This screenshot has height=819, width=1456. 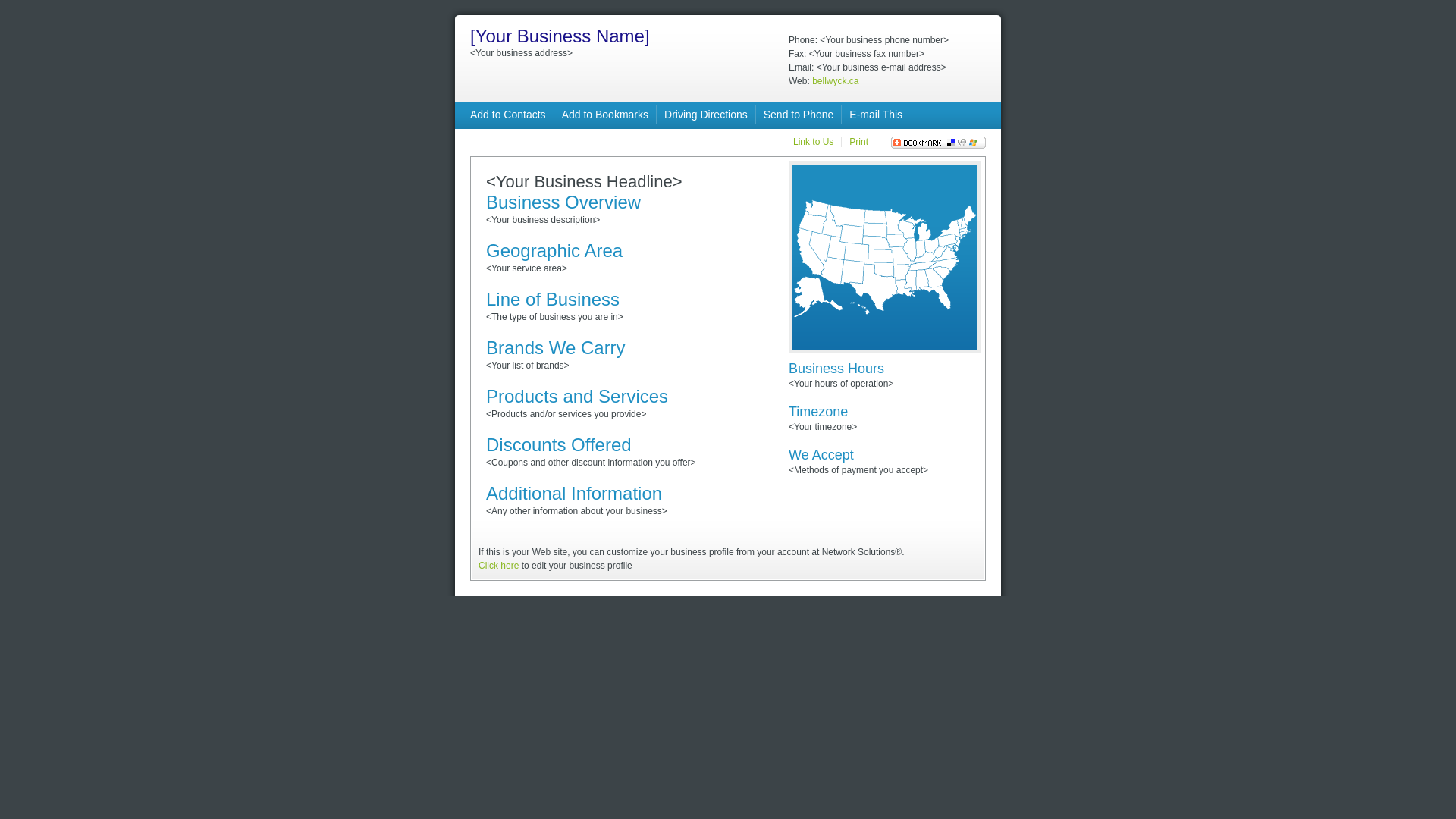 What do you see at coordinates (604, 113) in the screenshot?
I see `'Add to Bookmarks'` at bounding box center [604, 113].